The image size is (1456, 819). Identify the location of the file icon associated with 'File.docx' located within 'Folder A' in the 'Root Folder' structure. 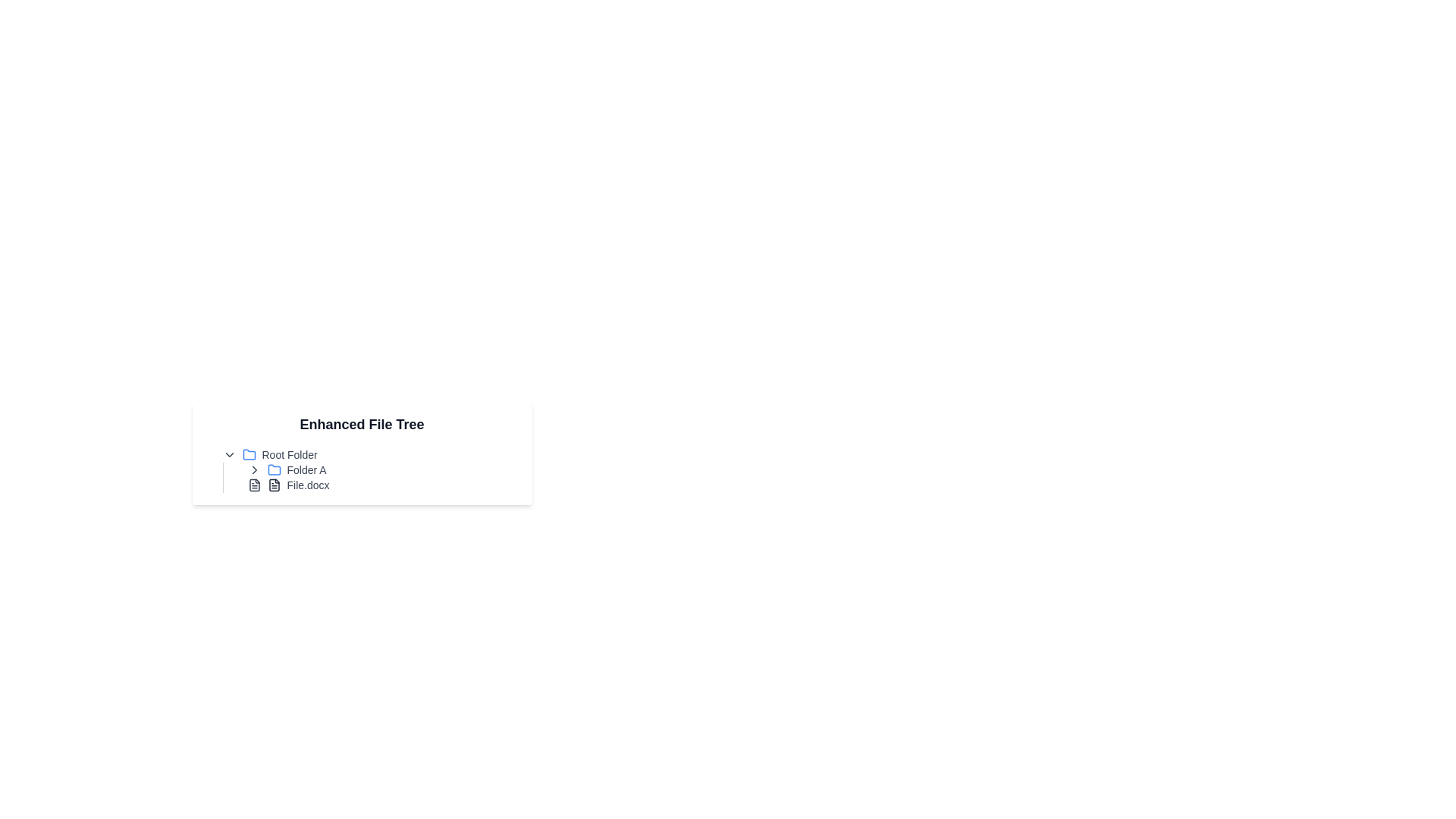
(274, 485).